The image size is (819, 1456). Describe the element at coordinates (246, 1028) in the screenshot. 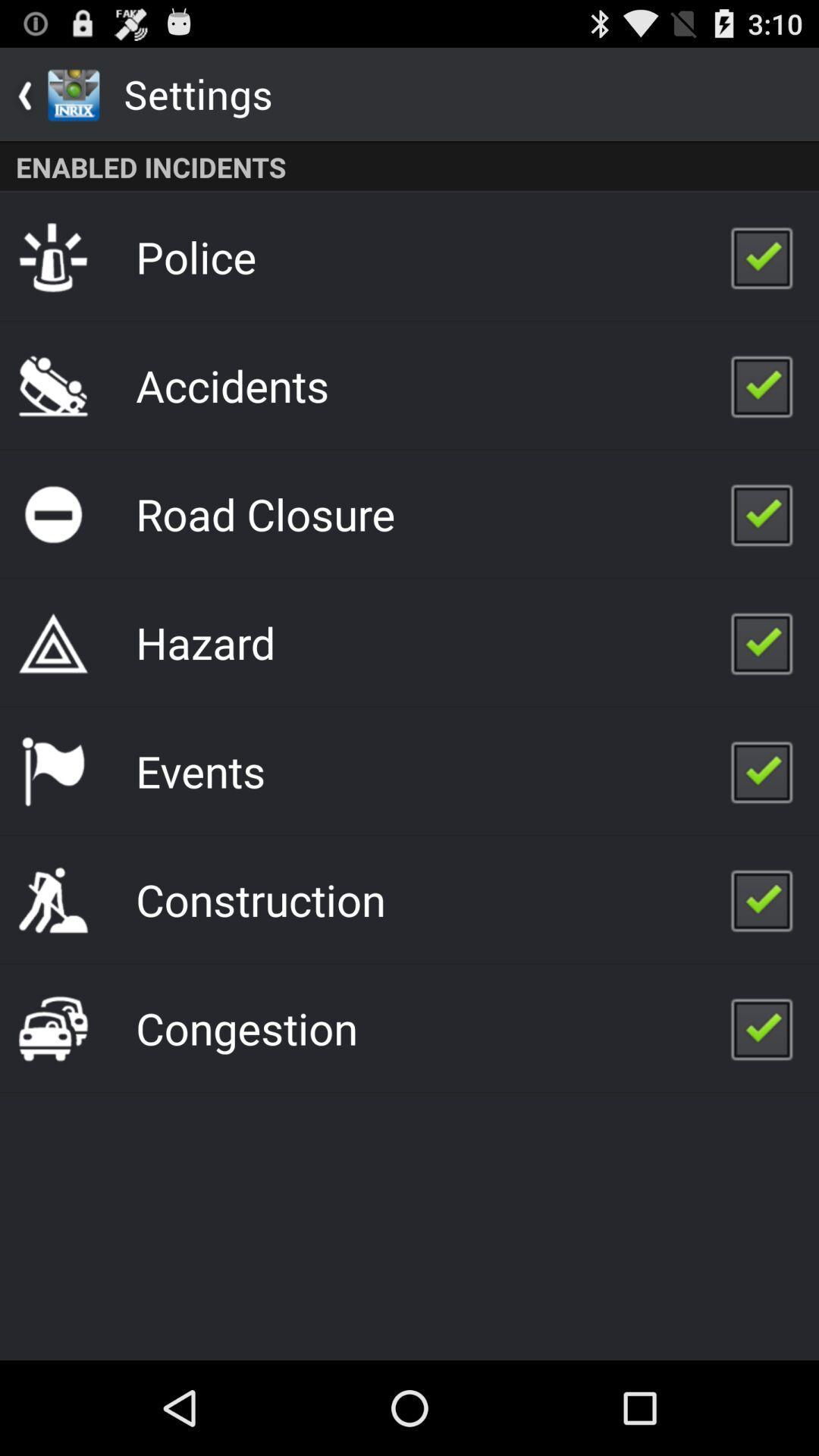

I see `the icon below the construction app` at that location.